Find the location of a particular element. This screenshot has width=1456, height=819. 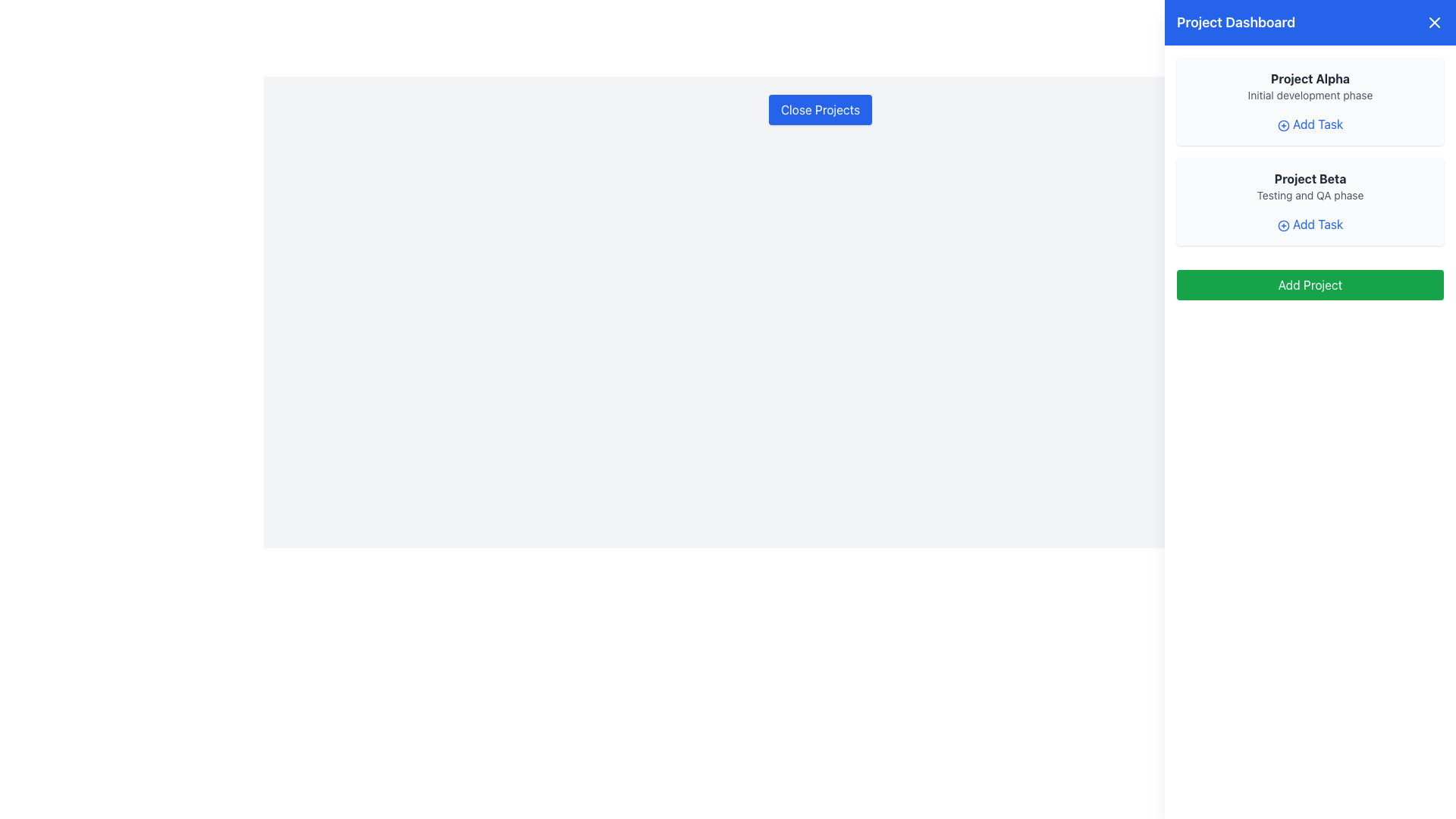

the 'Add Task' button located in the 'Project Alpha' section of the sidebar is located at coordinates (1310, 124).